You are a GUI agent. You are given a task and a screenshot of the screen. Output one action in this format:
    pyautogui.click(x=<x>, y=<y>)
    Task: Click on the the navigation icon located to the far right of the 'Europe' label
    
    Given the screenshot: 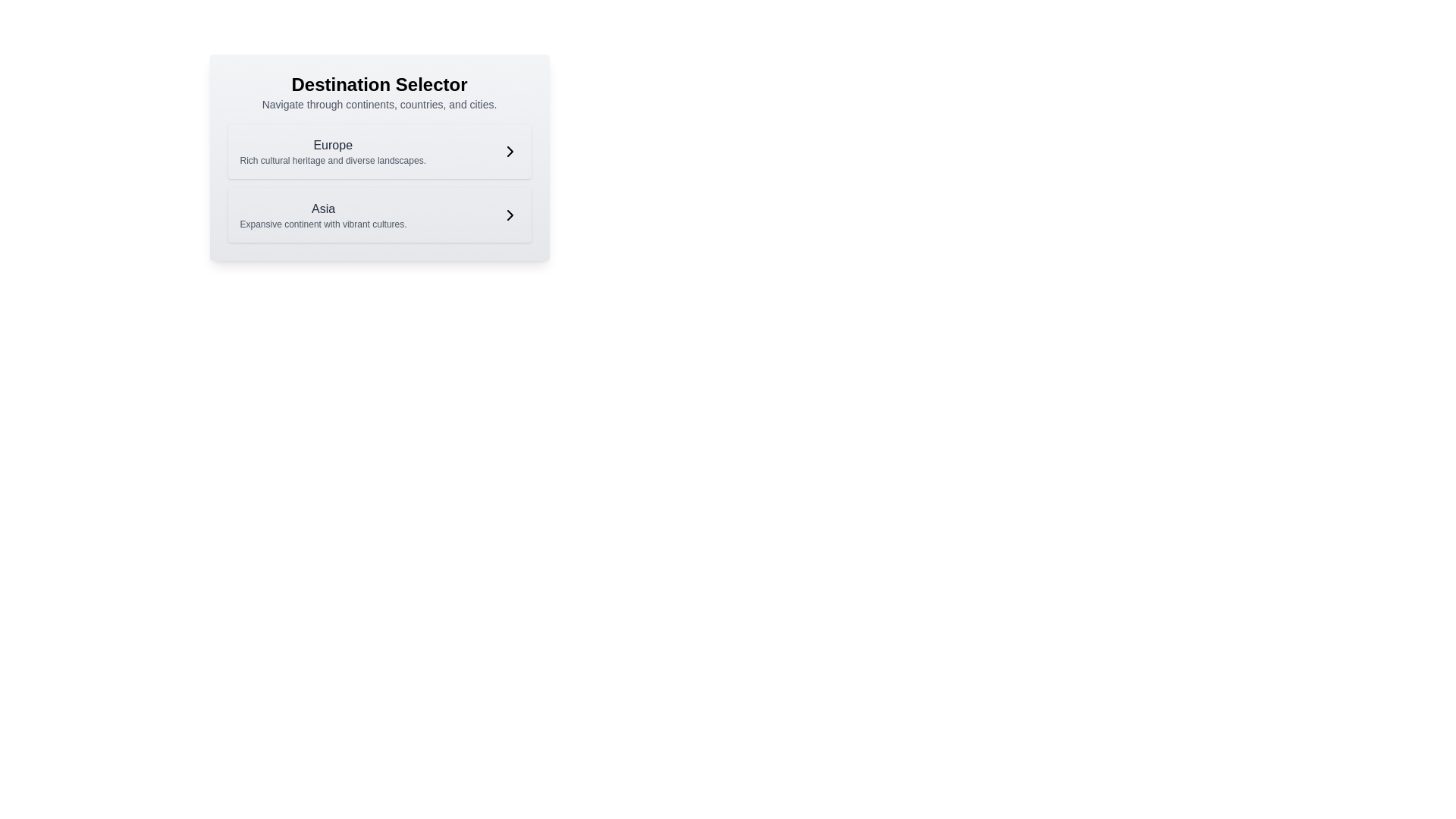 What is the action you would take?
    pyautogui.click(x=510, y=152)
    